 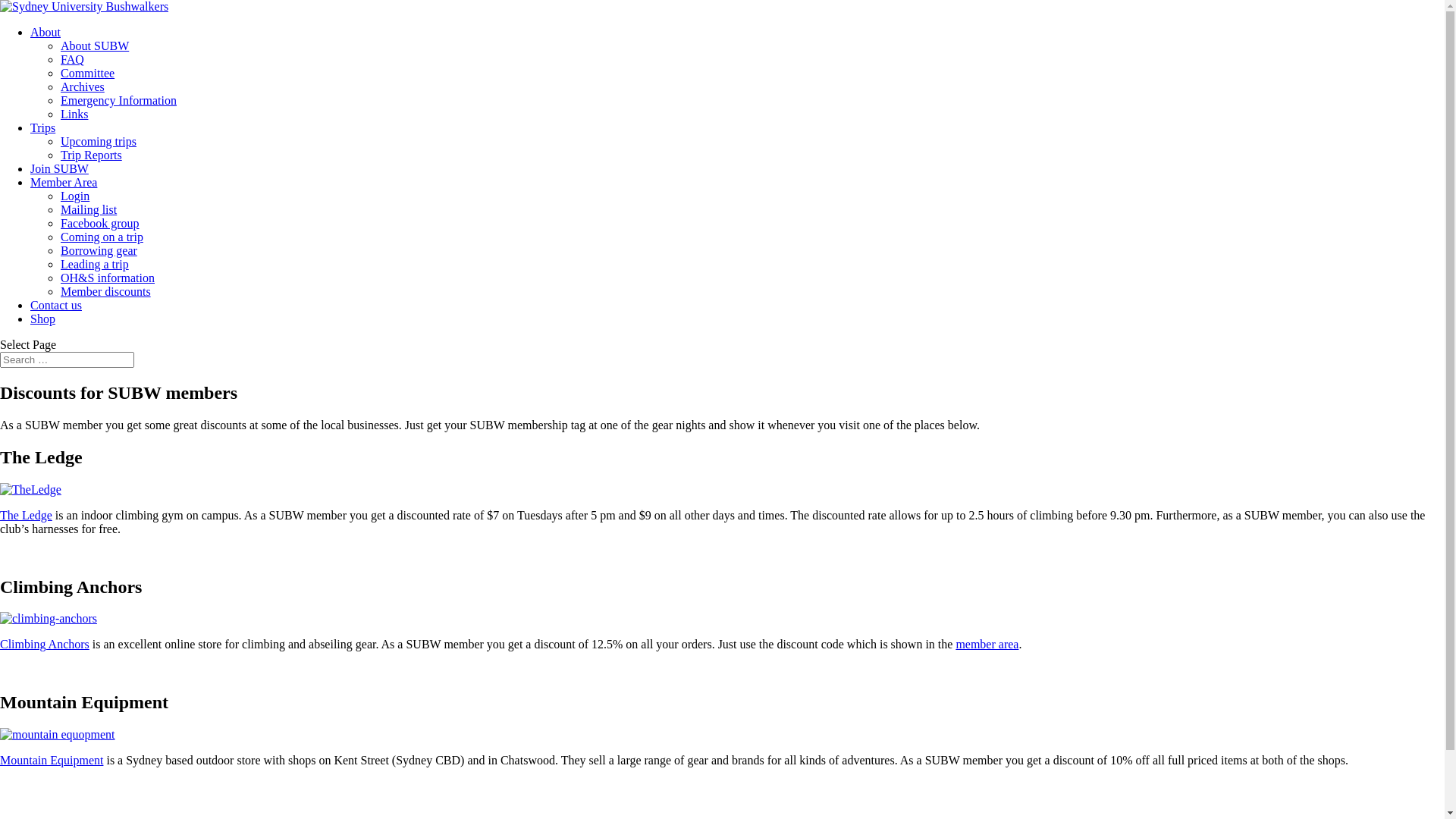 What do you see at coordinates (61, 45) in the screenshot?
I see `'About SUBW'` at bounding box center [61, 45].